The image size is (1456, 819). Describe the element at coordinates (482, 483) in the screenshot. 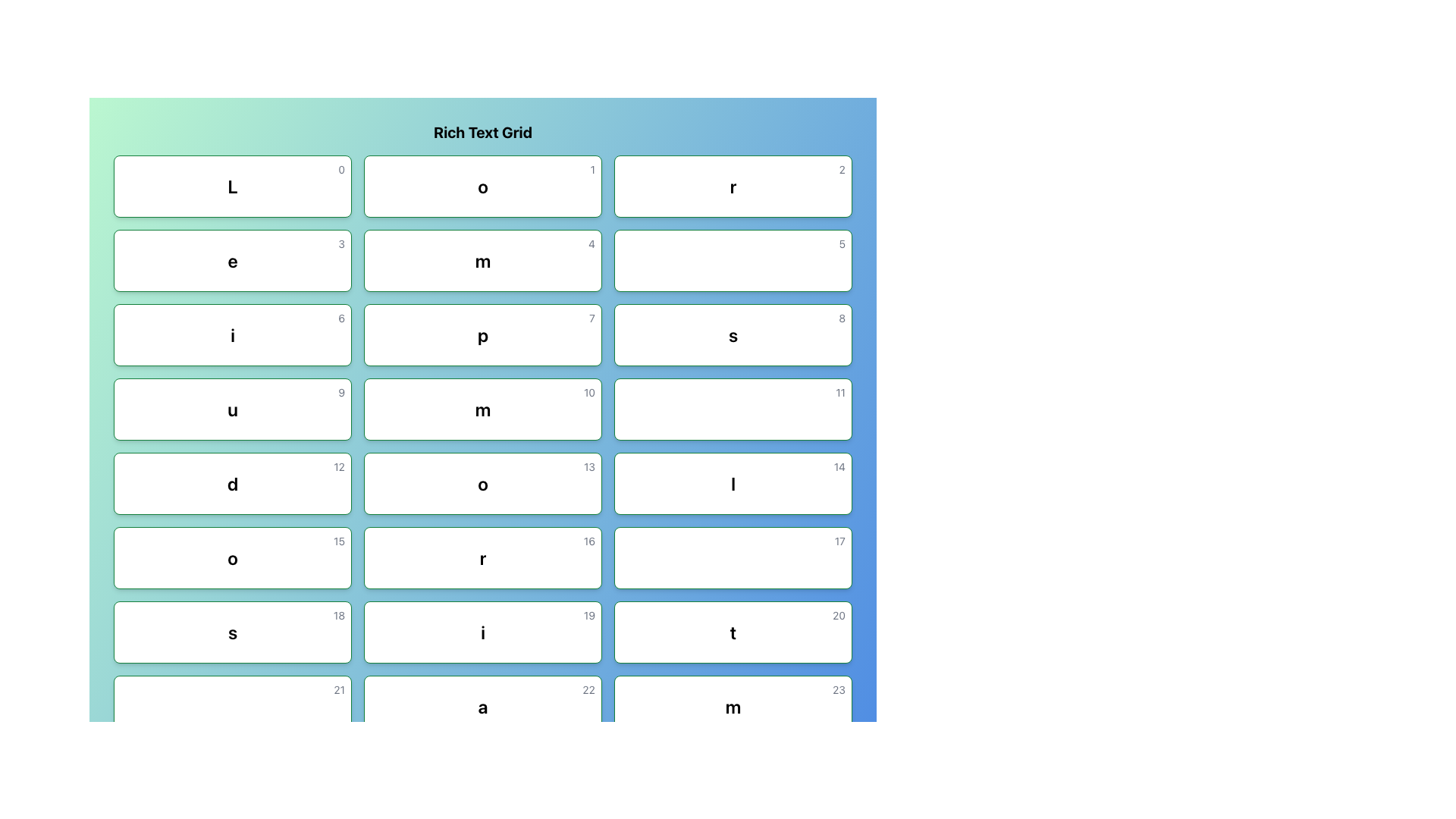

I see `the Grid Tile located in the fourth row and second column of the grid layout, positioned between the tiles 'd' and 'l'` at that location.